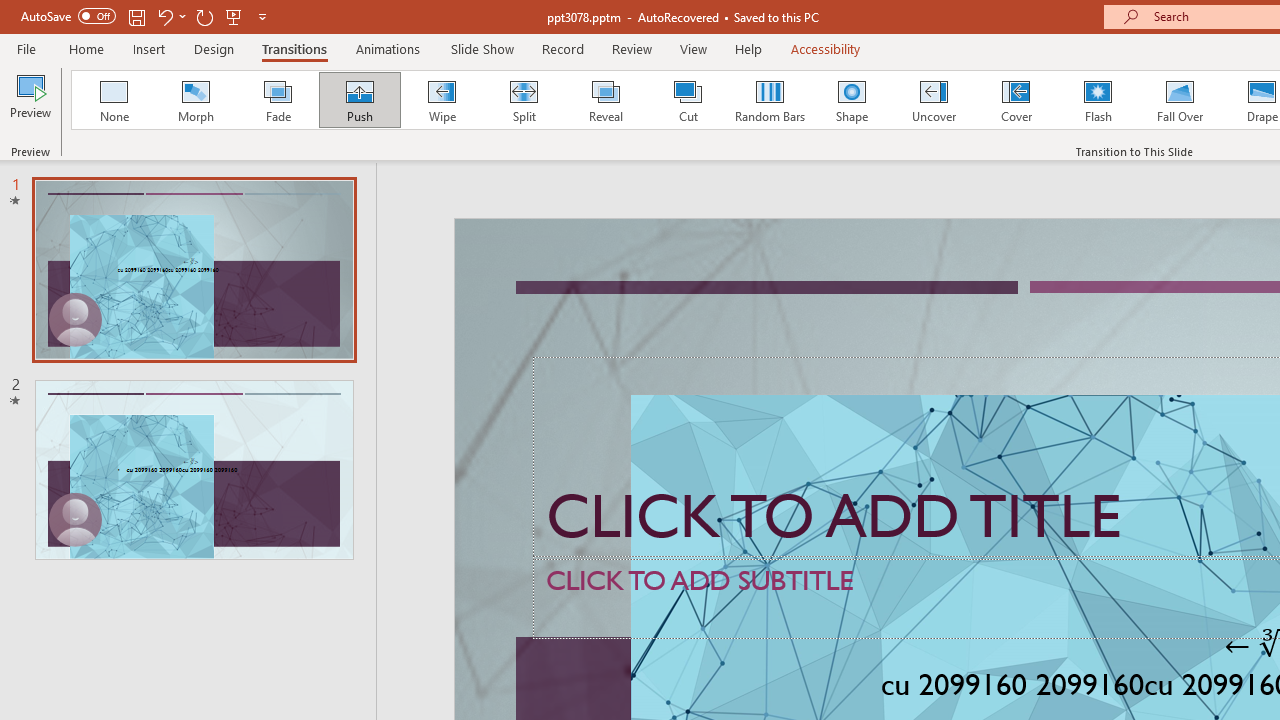  Describe the element at coordinates (195, 100) in the screenshot. I see `'Morph'` at that location.